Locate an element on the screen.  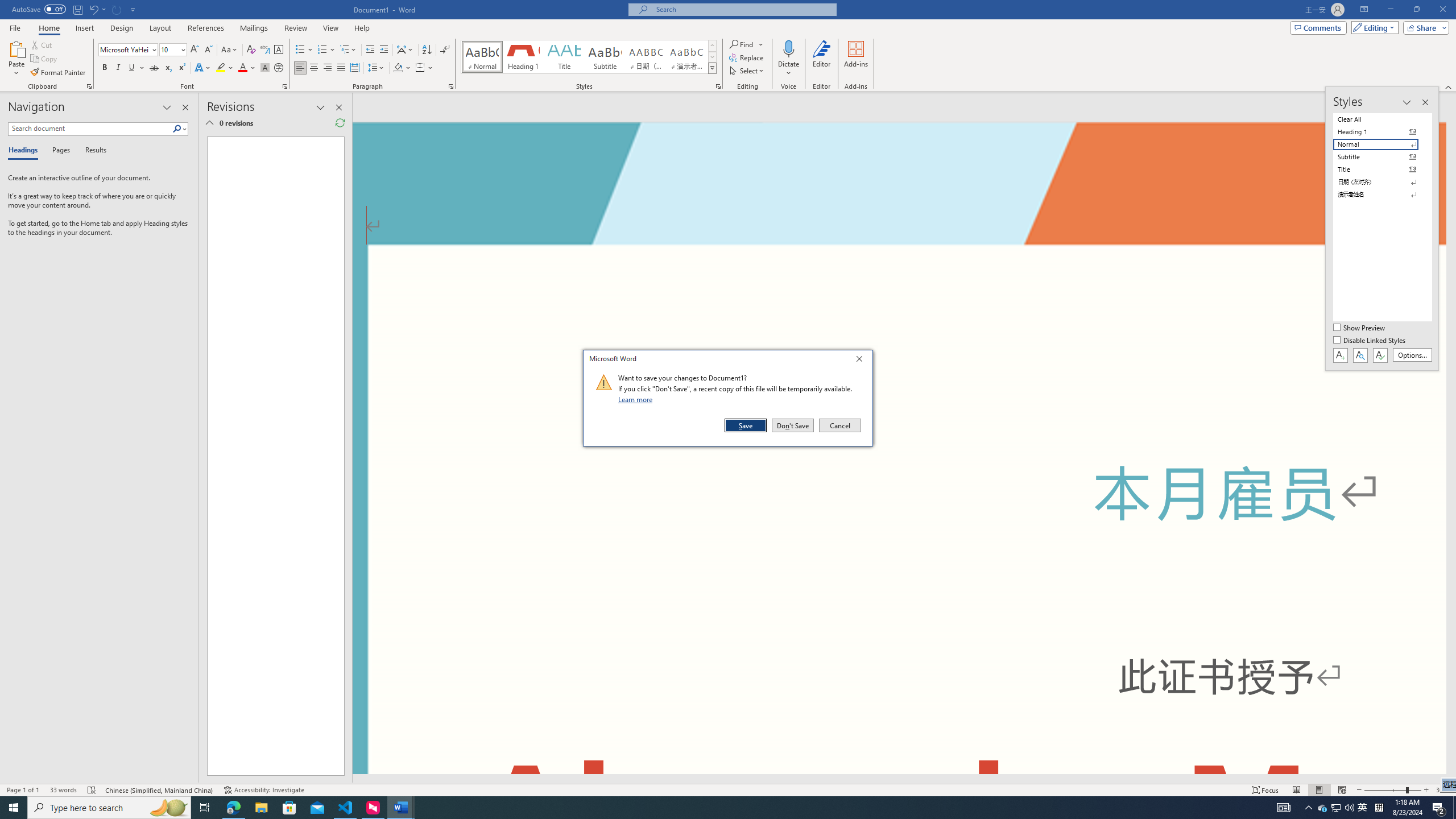
'Mode' is located at coordinates (1372, 27).